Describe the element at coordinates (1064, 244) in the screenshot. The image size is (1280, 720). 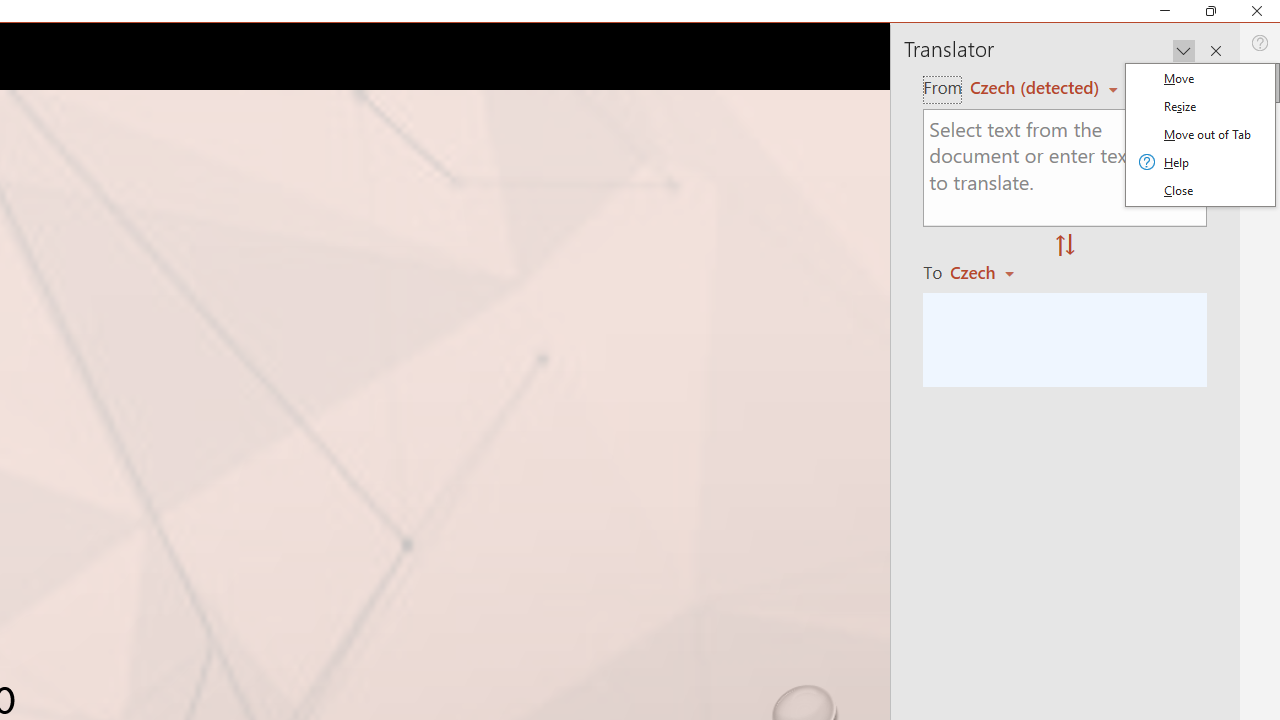
I see `'Swap "from" and "to" languages.'` at that location.